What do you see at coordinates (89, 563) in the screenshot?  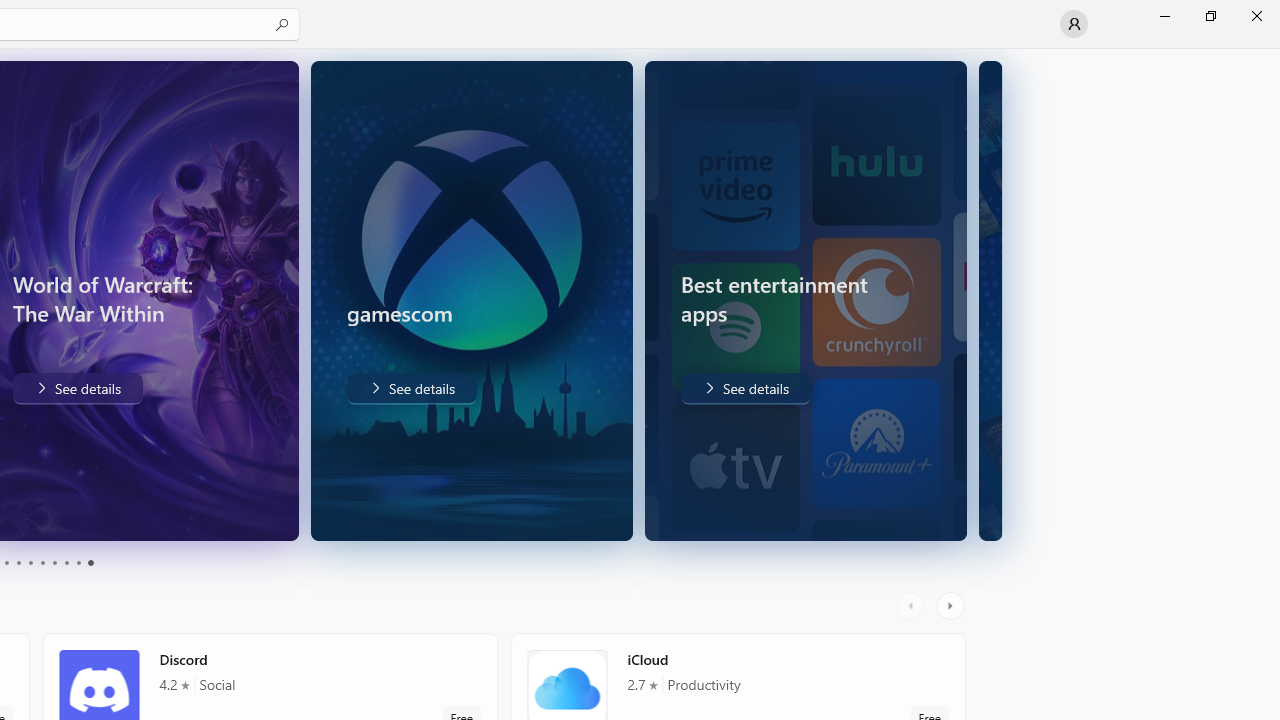 I see `'Page 10'` at bounding box center [89, 563].